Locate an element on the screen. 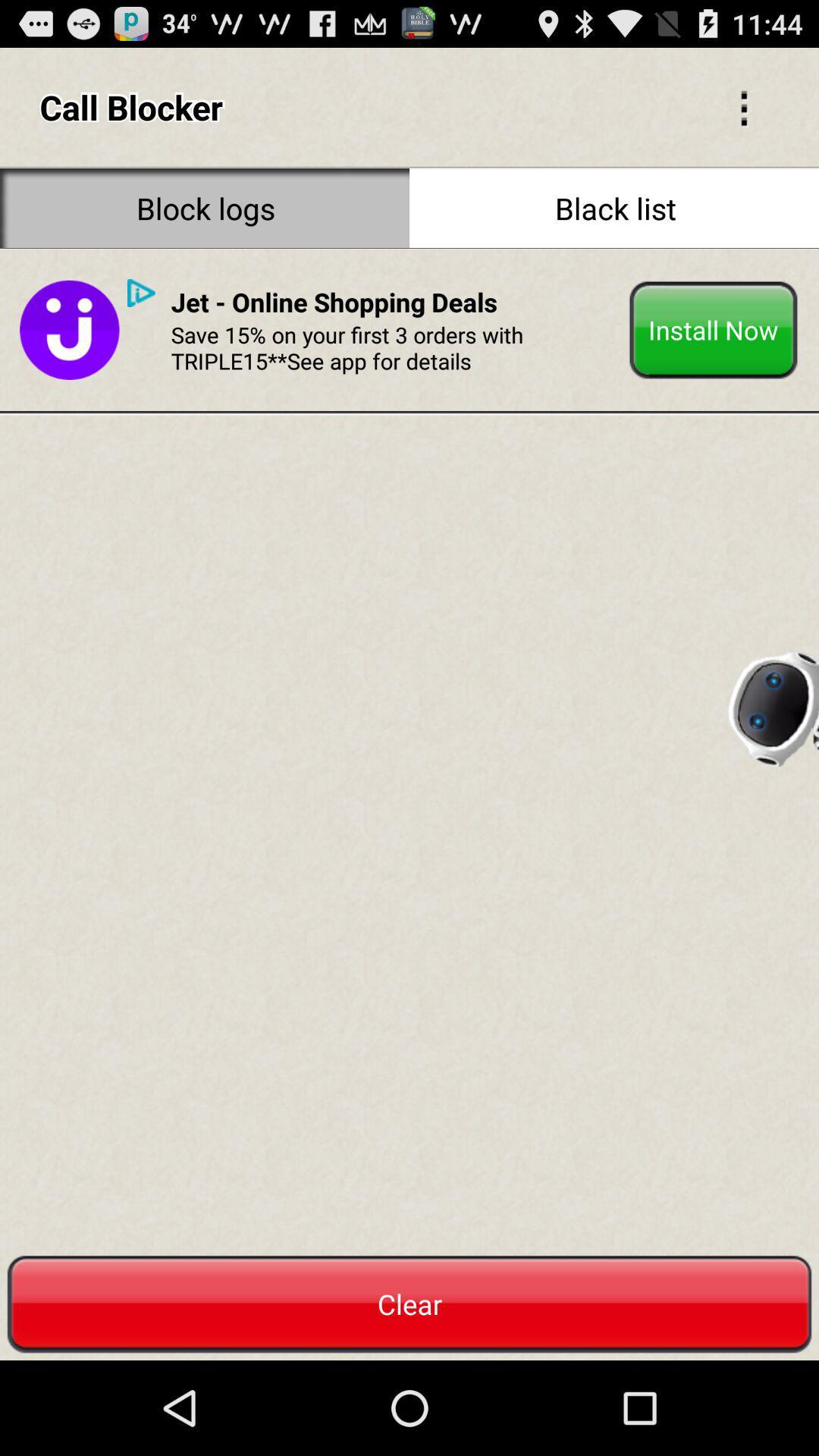 The height and width of the screenshot is (1456, 819). the button next to black list is located at coordinates (205, 207).